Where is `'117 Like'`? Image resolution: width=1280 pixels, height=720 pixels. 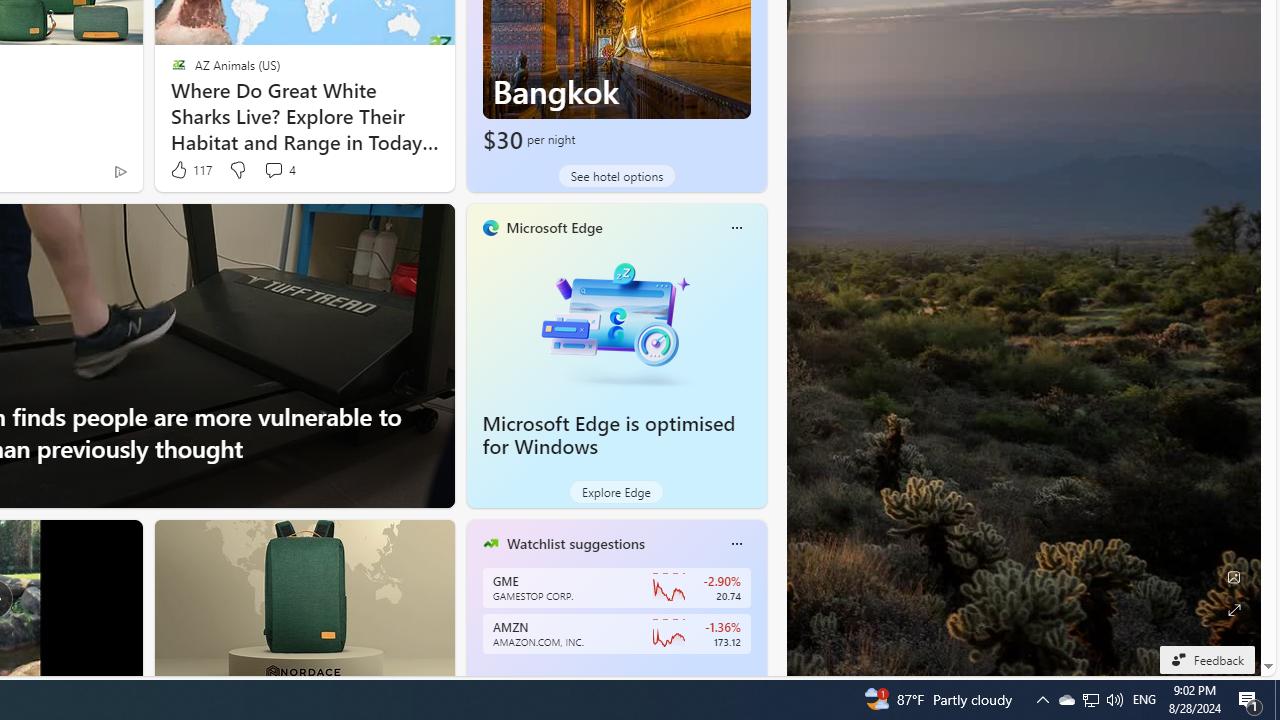 '117 Like' is located at coordinates (190, 169).